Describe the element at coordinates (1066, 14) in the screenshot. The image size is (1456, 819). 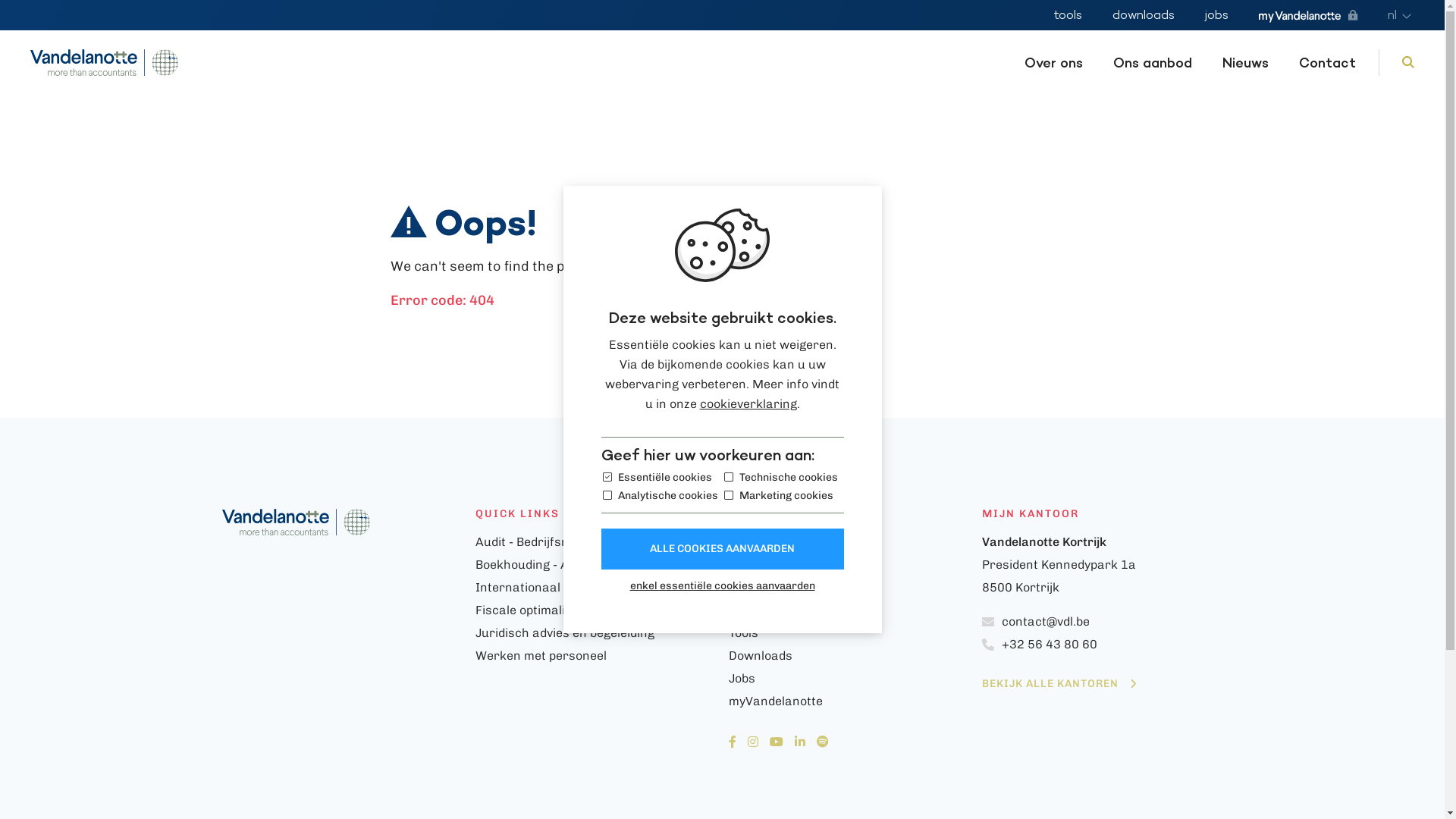
I see `'tools'` at that location.